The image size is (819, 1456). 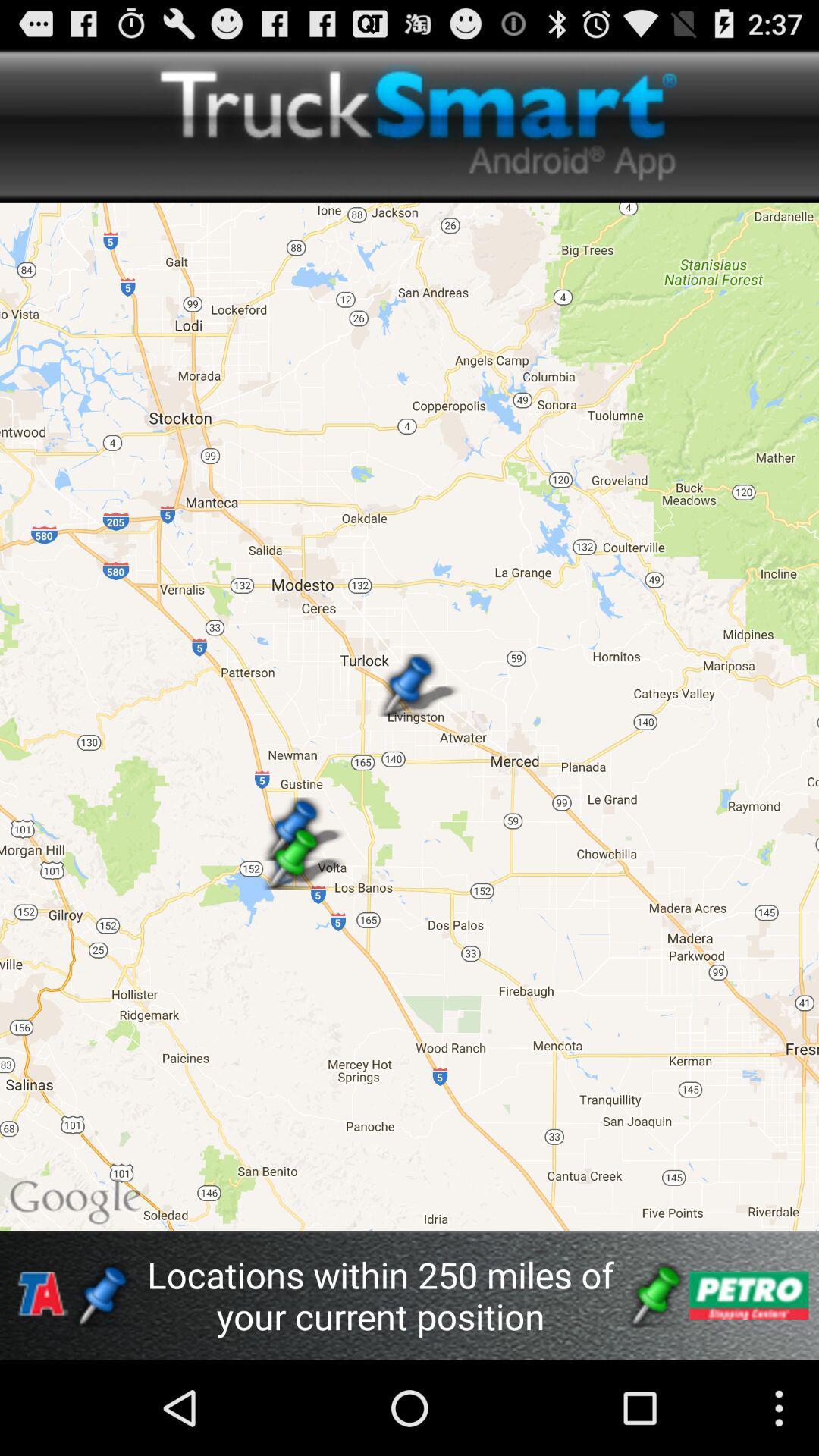 What do you see at coordinates (409, 716) in the screenshot?
I see `item at the center` at bounding box center [409, 716].